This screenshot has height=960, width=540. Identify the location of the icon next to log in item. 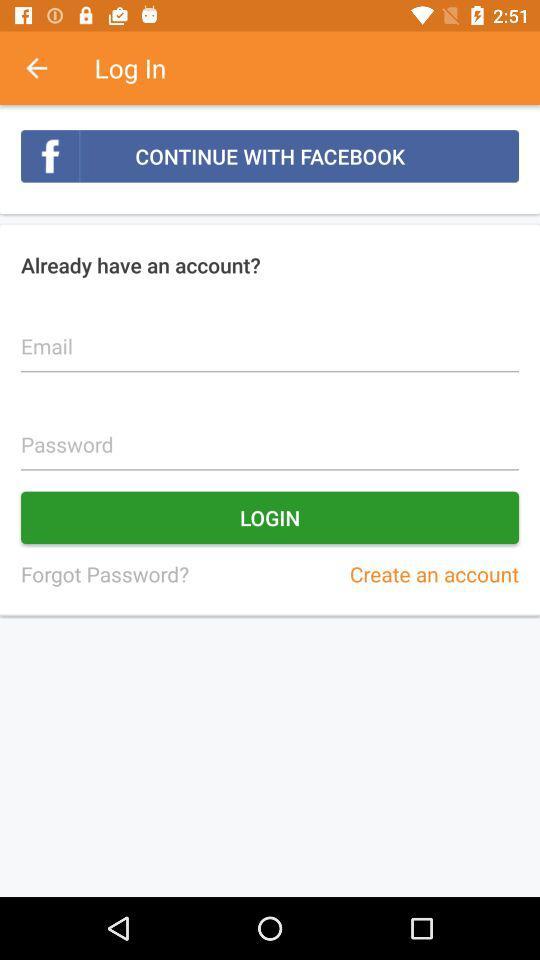
(47, 68).